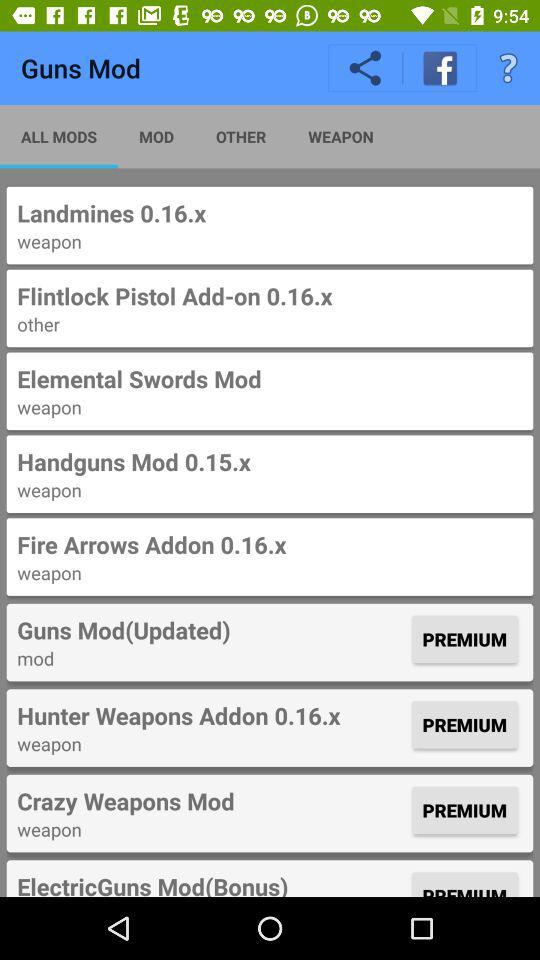 This screenshot has width=540, height=960. What do you see at coordinates (270, 295) in the screenshot?
I see `item below weapon icon` at bounding box center [270, 295].